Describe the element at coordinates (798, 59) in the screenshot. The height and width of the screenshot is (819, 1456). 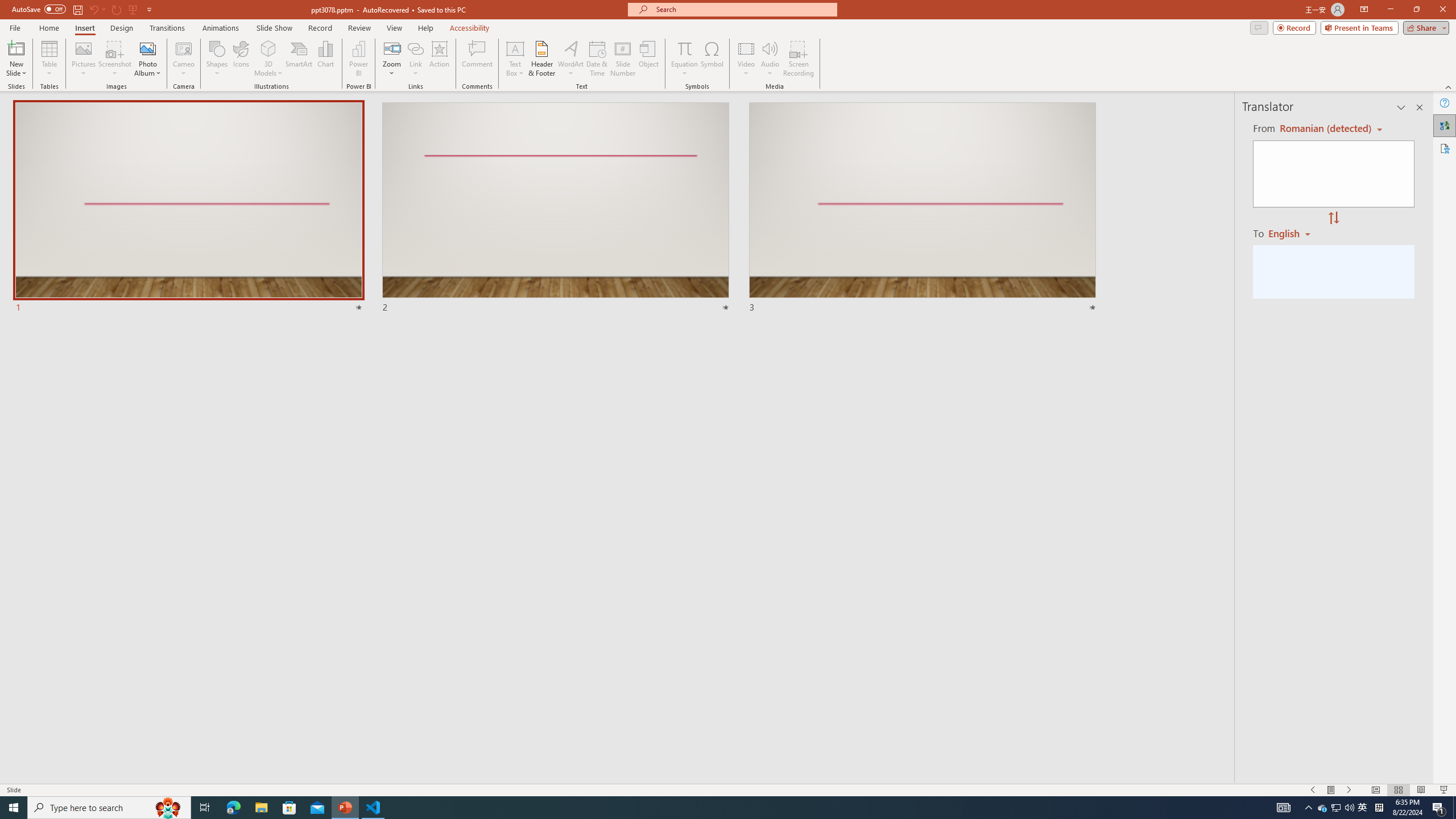
I see `'Screen Recording...'` at that location.